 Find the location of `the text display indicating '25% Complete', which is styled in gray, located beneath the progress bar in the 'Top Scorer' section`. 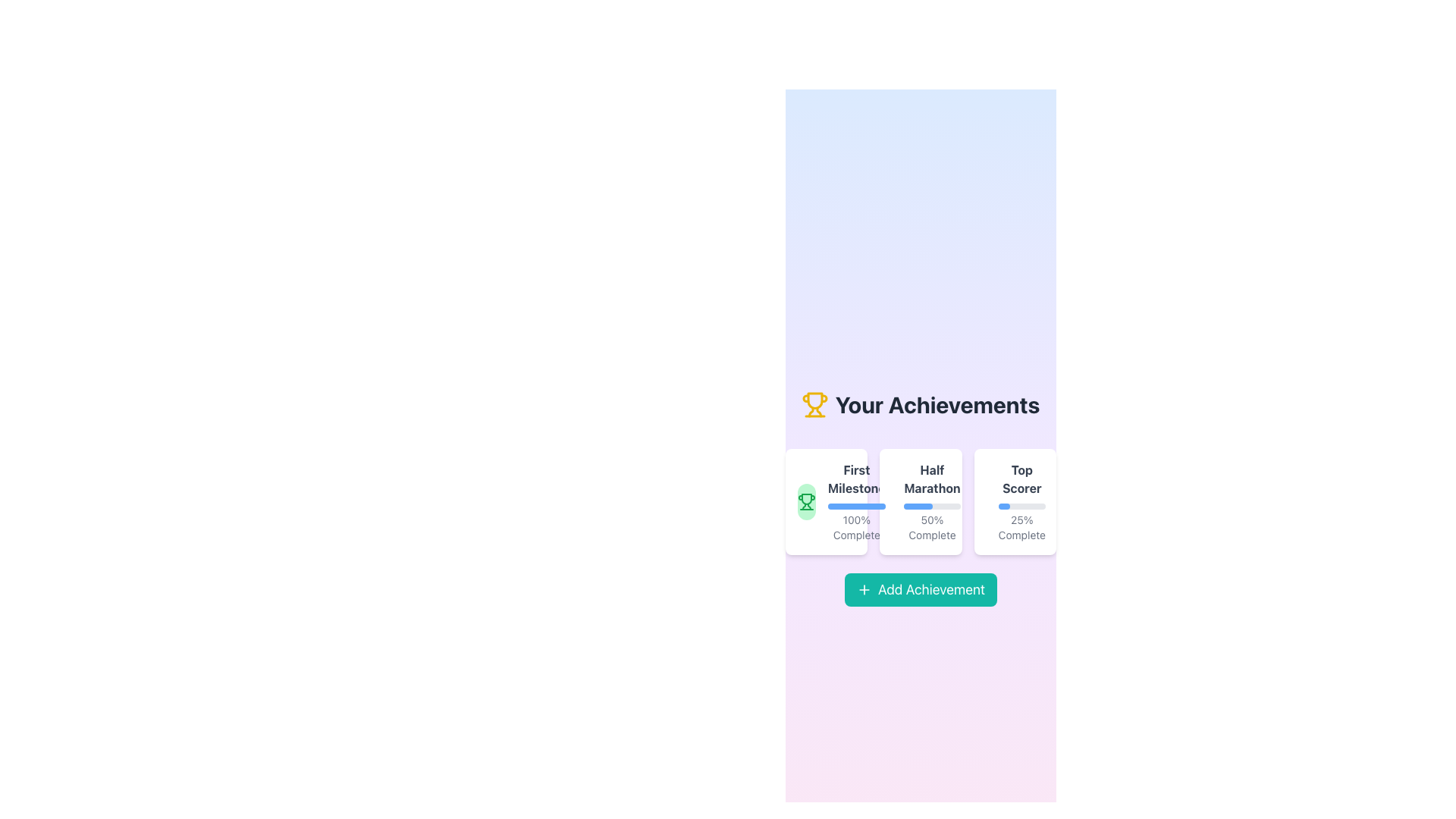

the text display indicating '25% Complete', which is styled in gray, located beneath the progress bar in the 'Top Scorer' section is located at coordinates (1021, 526).